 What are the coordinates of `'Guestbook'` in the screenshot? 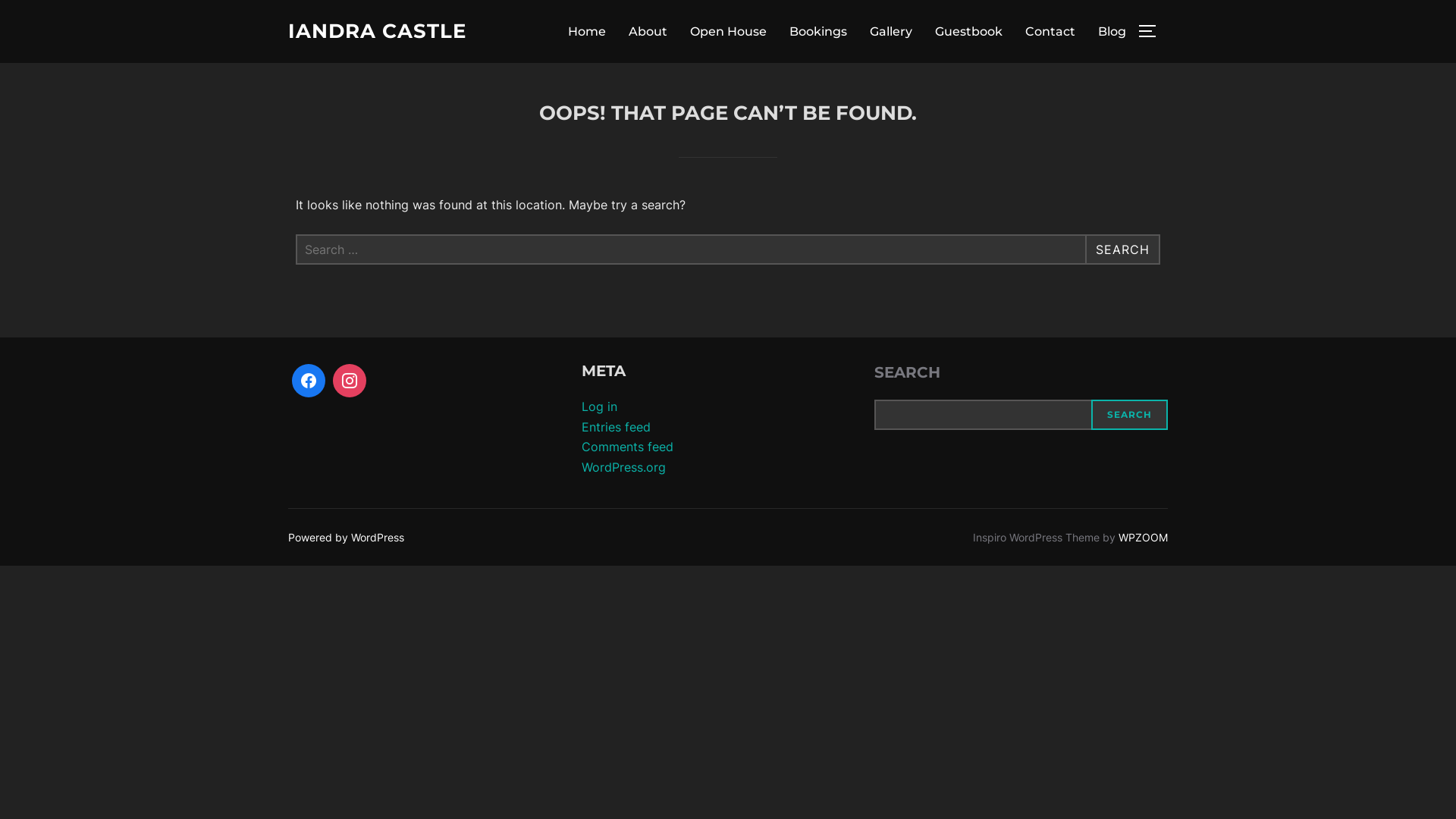 It's located at (968, 31).